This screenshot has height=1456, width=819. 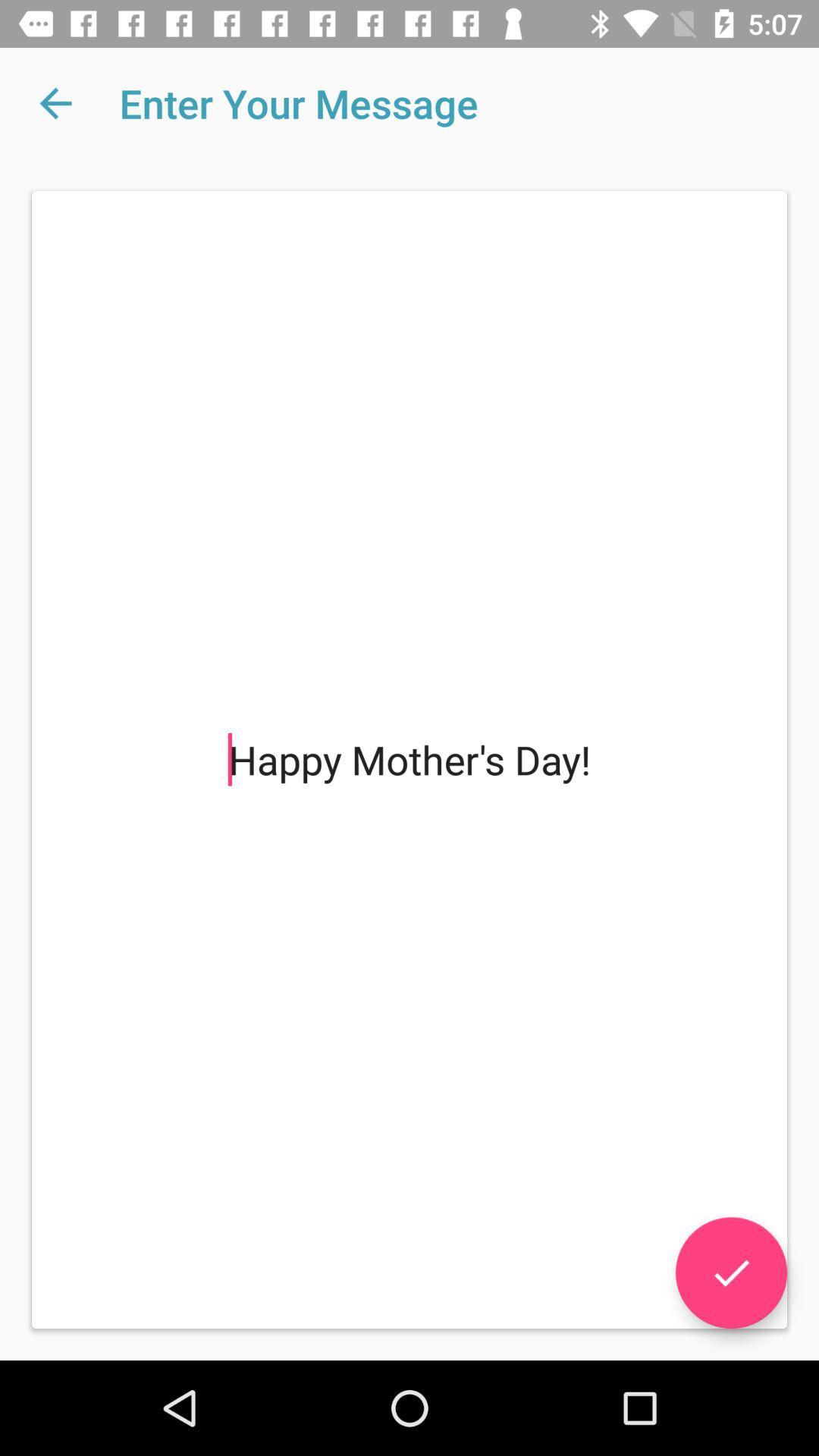 I want to click on the icon at the top left corner, so click(x=55, y=102).